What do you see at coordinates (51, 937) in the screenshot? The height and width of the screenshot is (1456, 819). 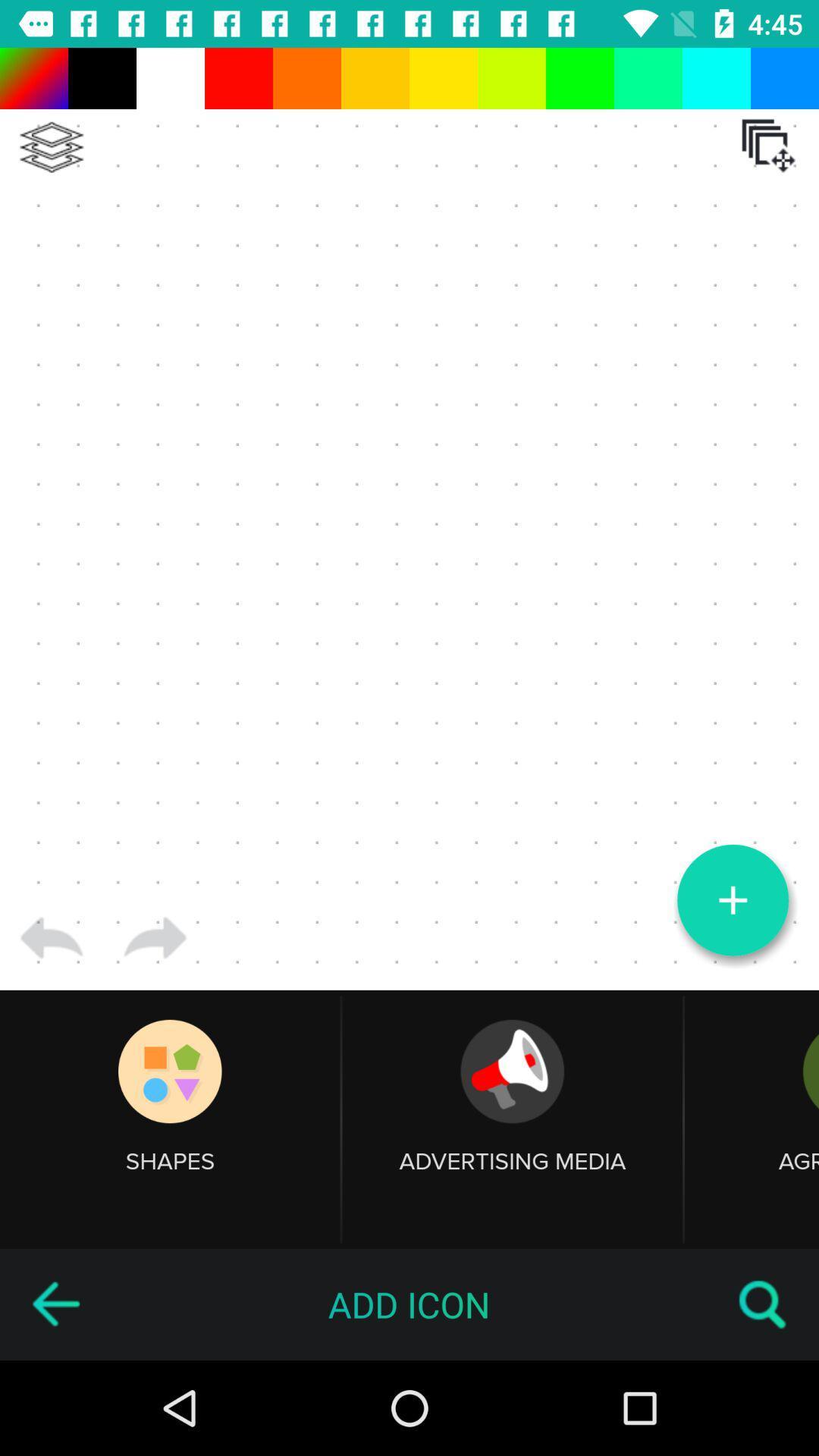 I see `go back` at bounding box center [51, 937].